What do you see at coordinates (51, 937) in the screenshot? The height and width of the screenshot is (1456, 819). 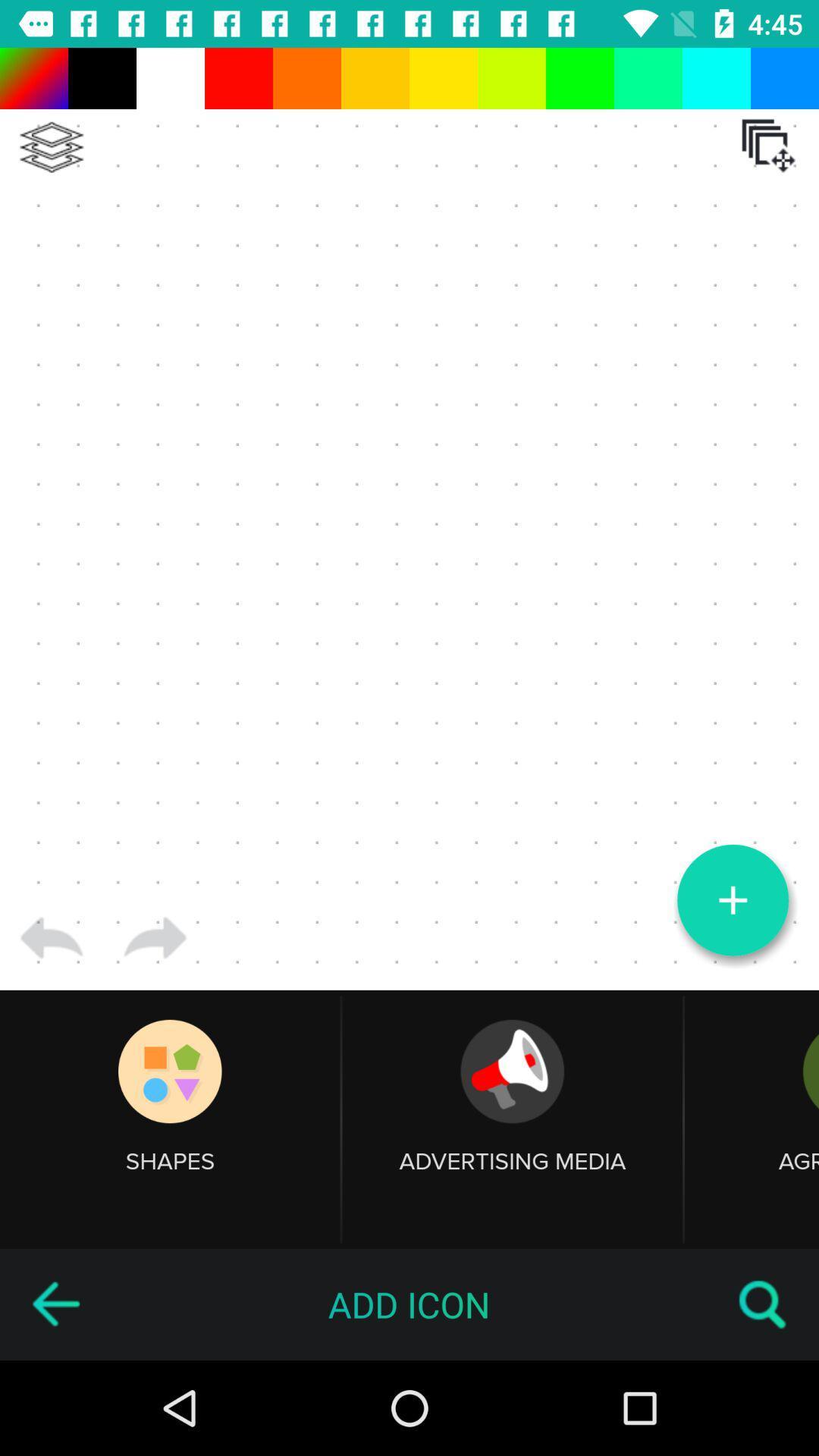 I see `go back` at bounding box center [51, 937].